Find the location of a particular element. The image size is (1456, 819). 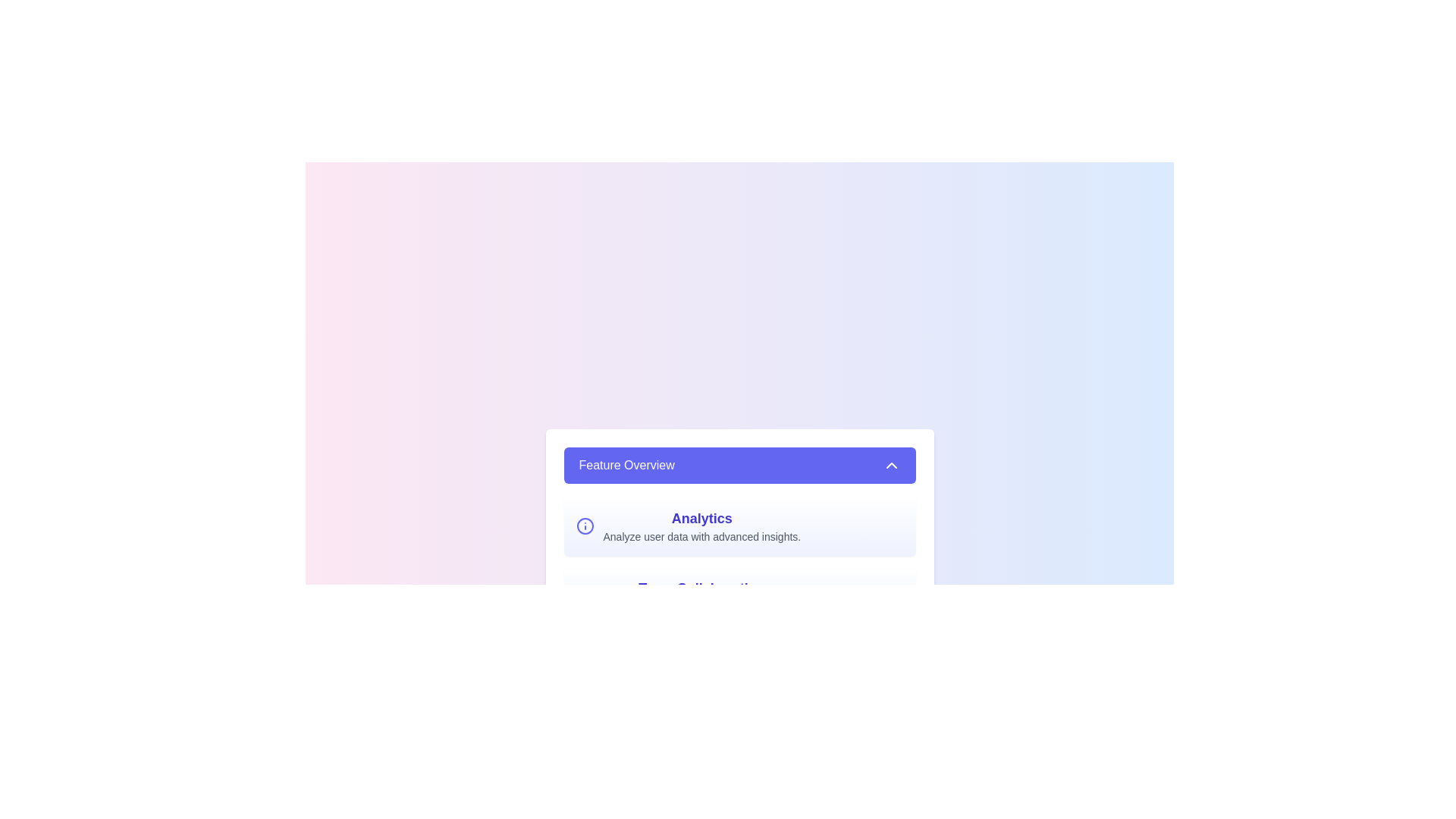

the upward-pointing chevron icon located on the right side of the 'Feature Overview' button is located at coordinates (891, 464).